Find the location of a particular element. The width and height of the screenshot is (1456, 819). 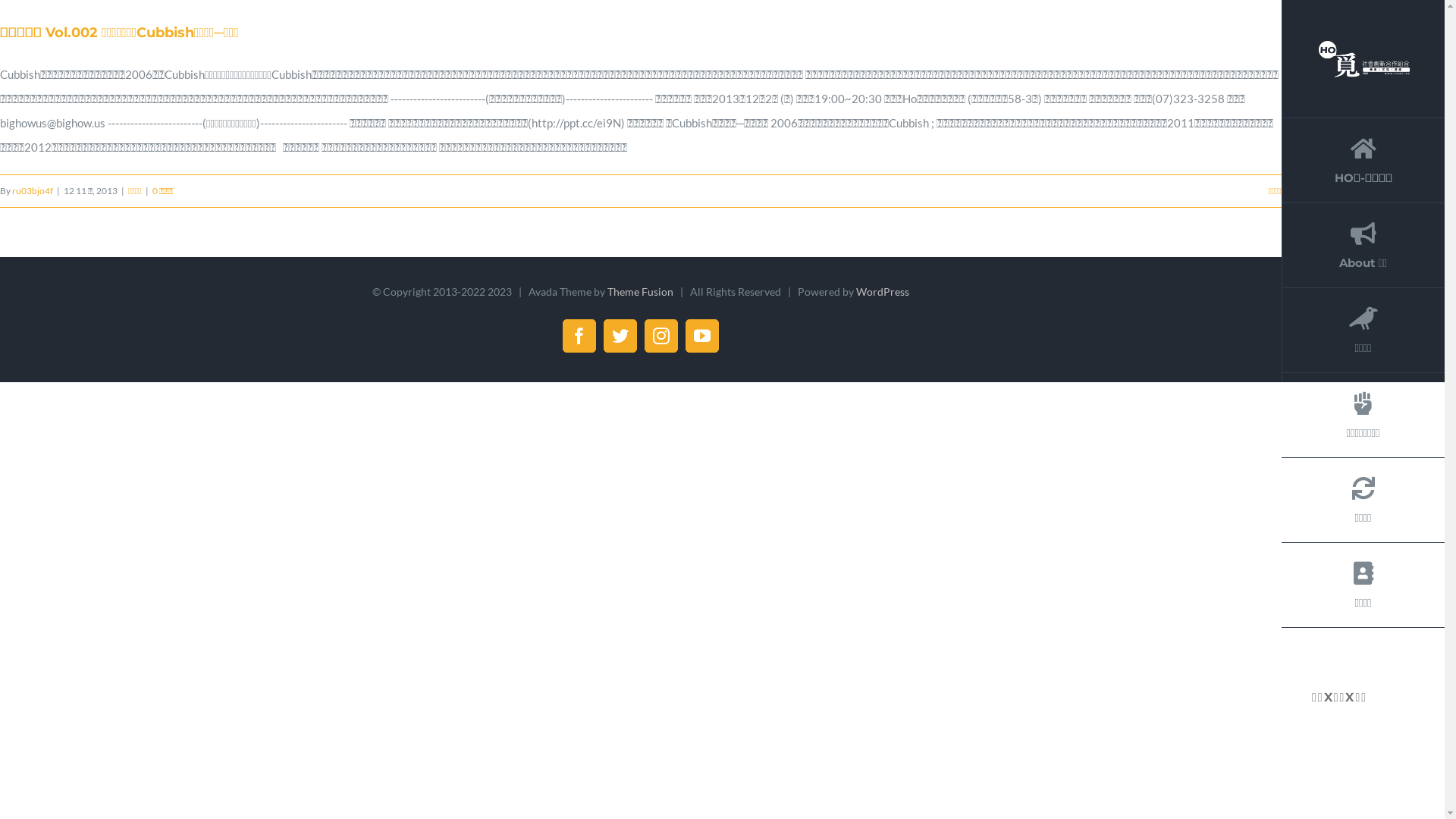

'YouTube' is located at coordinates (701, 335).